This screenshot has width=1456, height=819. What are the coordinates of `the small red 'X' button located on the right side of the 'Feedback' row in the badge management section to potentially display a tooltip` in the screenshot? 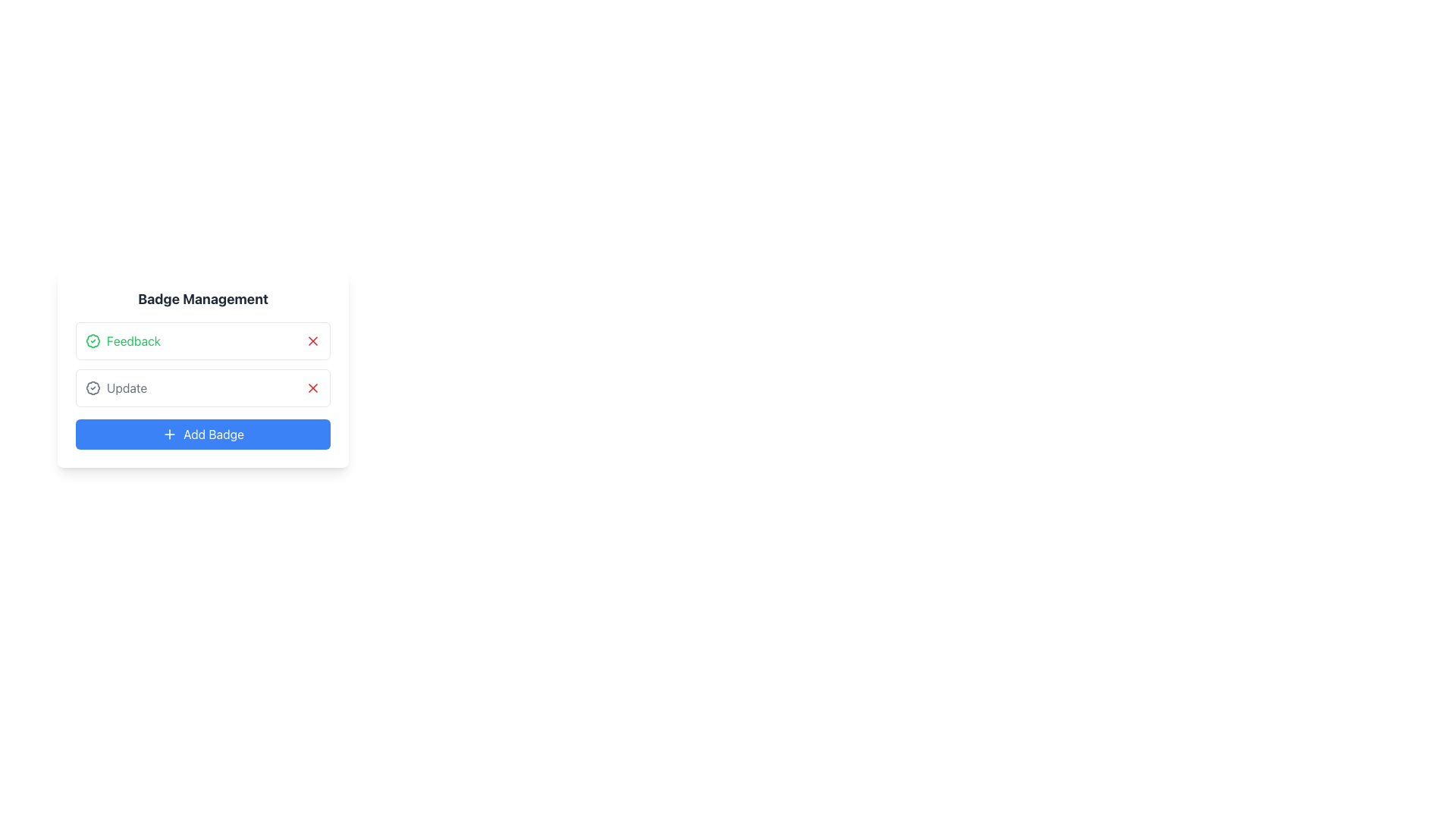 It's located at (312, 341).